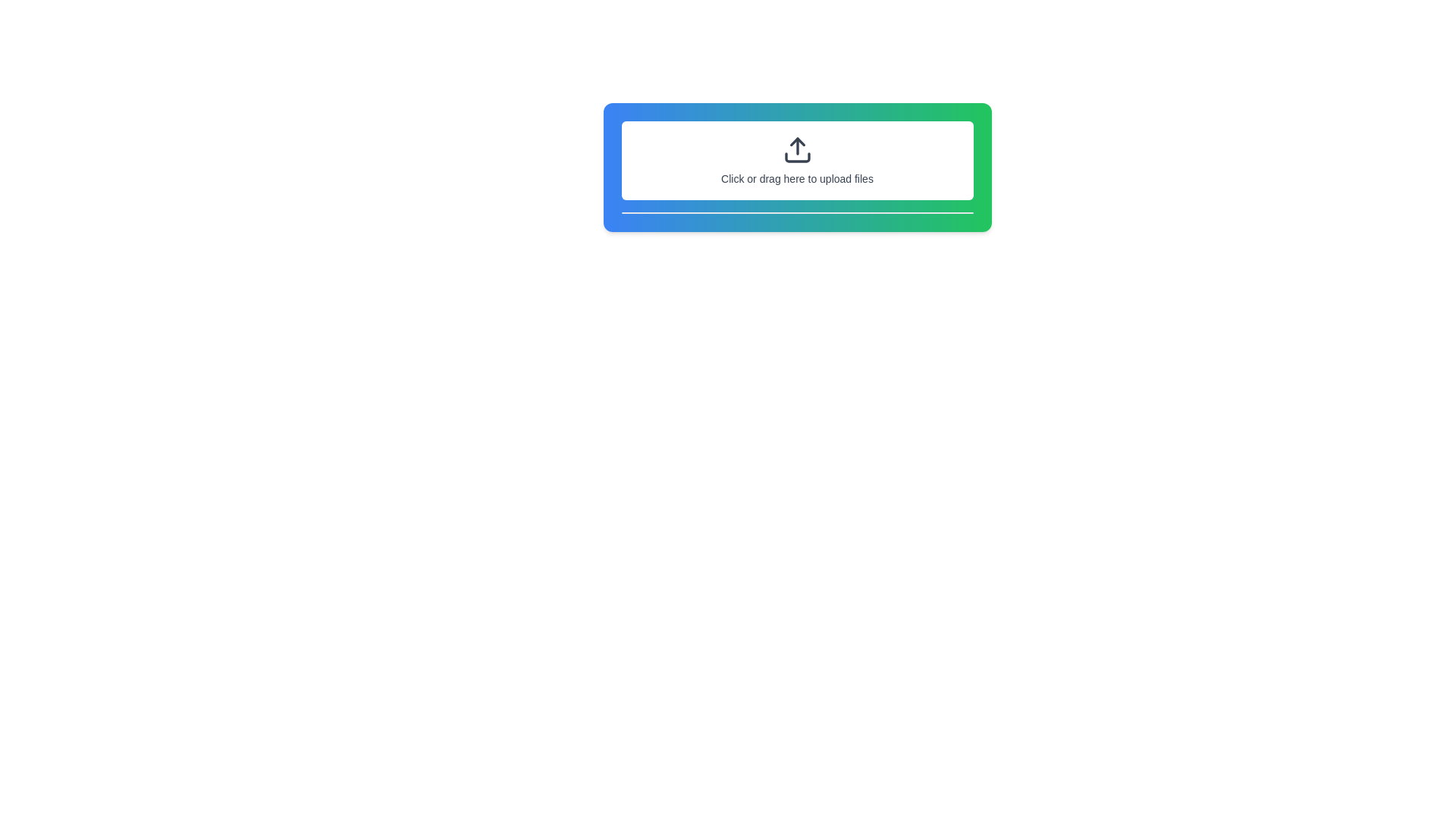 Image resolution: width=1456 pixels, height=819 pixels. I want to click on the upload icon, which is centered within the upload area labeled 'Click or drag here to upload files.', so click(796, 149).